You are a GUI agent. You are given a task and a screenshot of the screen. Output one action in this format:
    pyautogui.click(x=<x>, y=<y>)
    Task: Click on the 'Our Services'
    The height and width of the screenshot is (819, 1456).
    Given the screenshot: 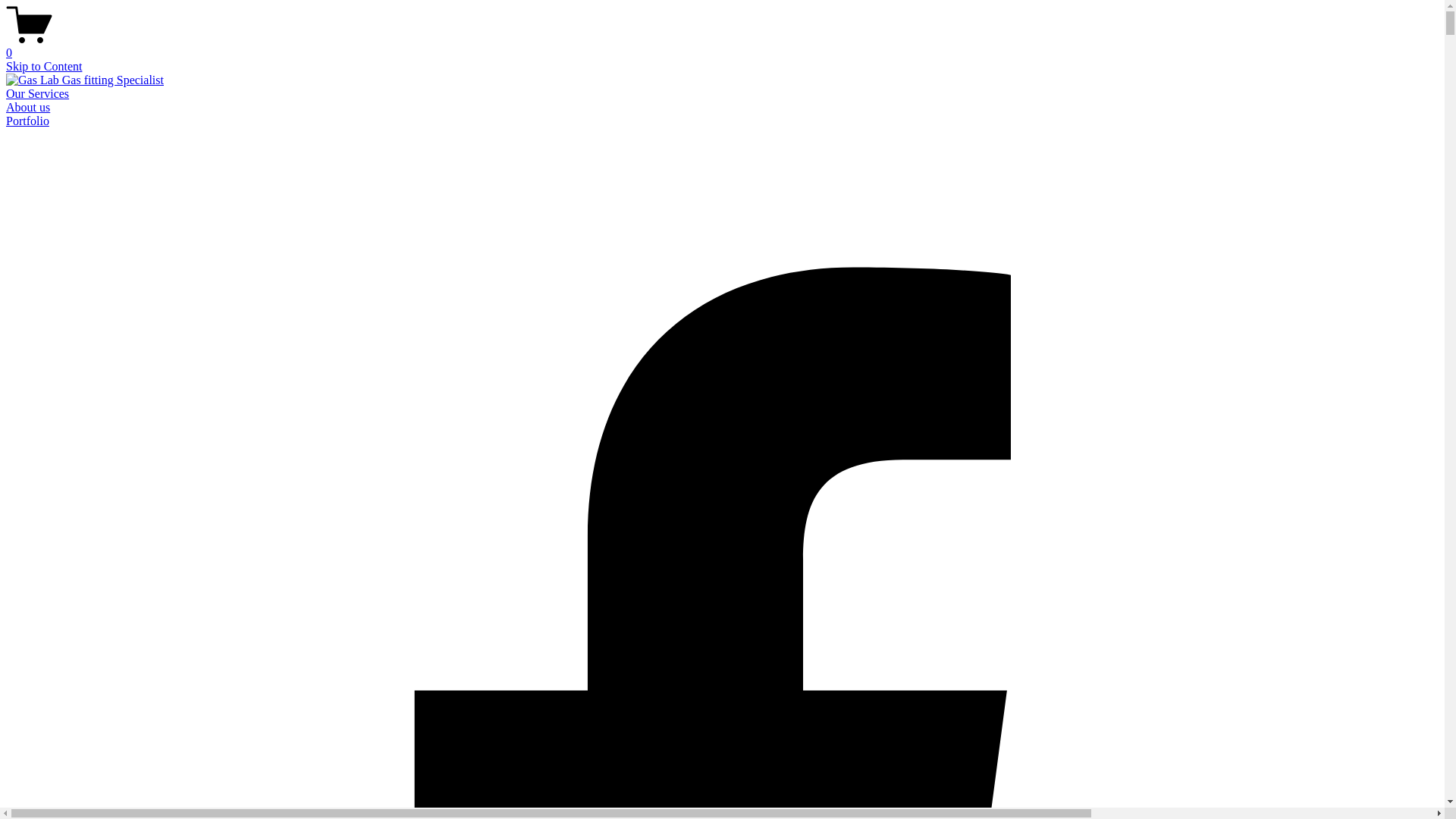 What is the action you would take?
    pyautogui.click(x=37, y=93)
    